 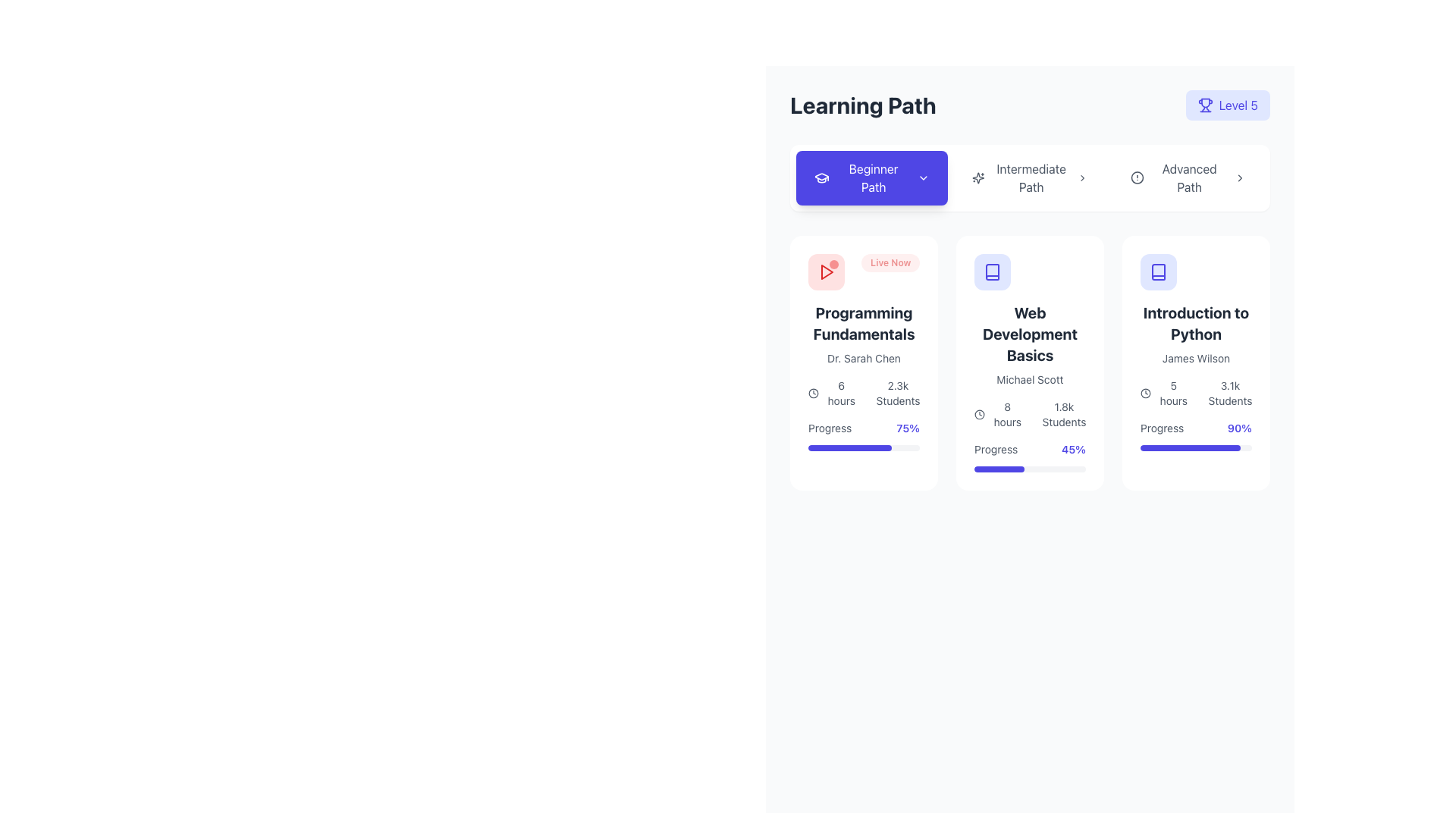 I want to click on the clock icon indicating a '6-hour' duration for the 'Programming Fundamentals' course located in the bottom left corner of the card-like UI element, so click(x=813, y=393).